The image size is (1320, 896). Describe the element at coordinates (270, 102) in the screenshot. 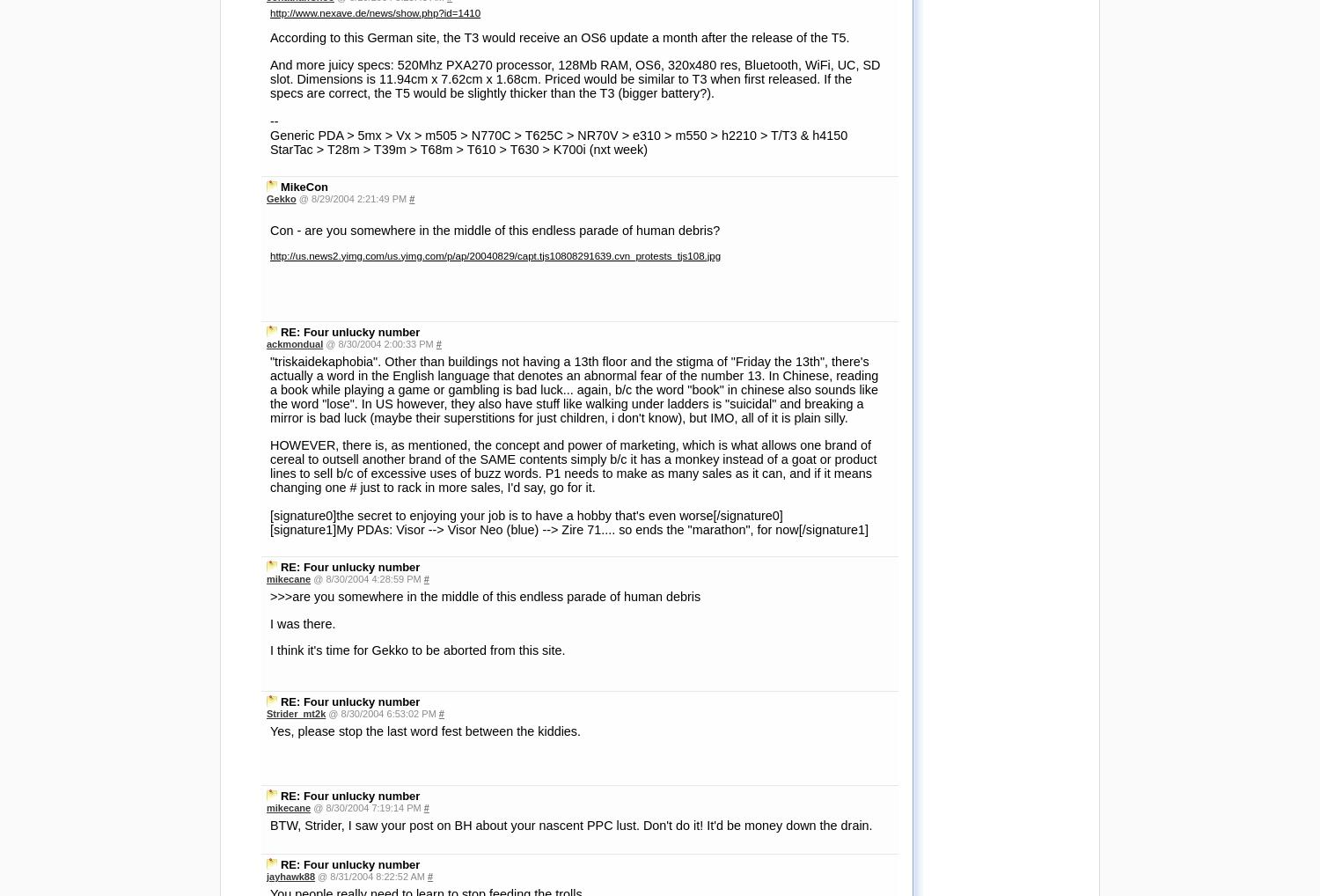

I see `'>>>are you somewhere in the middle of this endless parade of human debris'` at that location.